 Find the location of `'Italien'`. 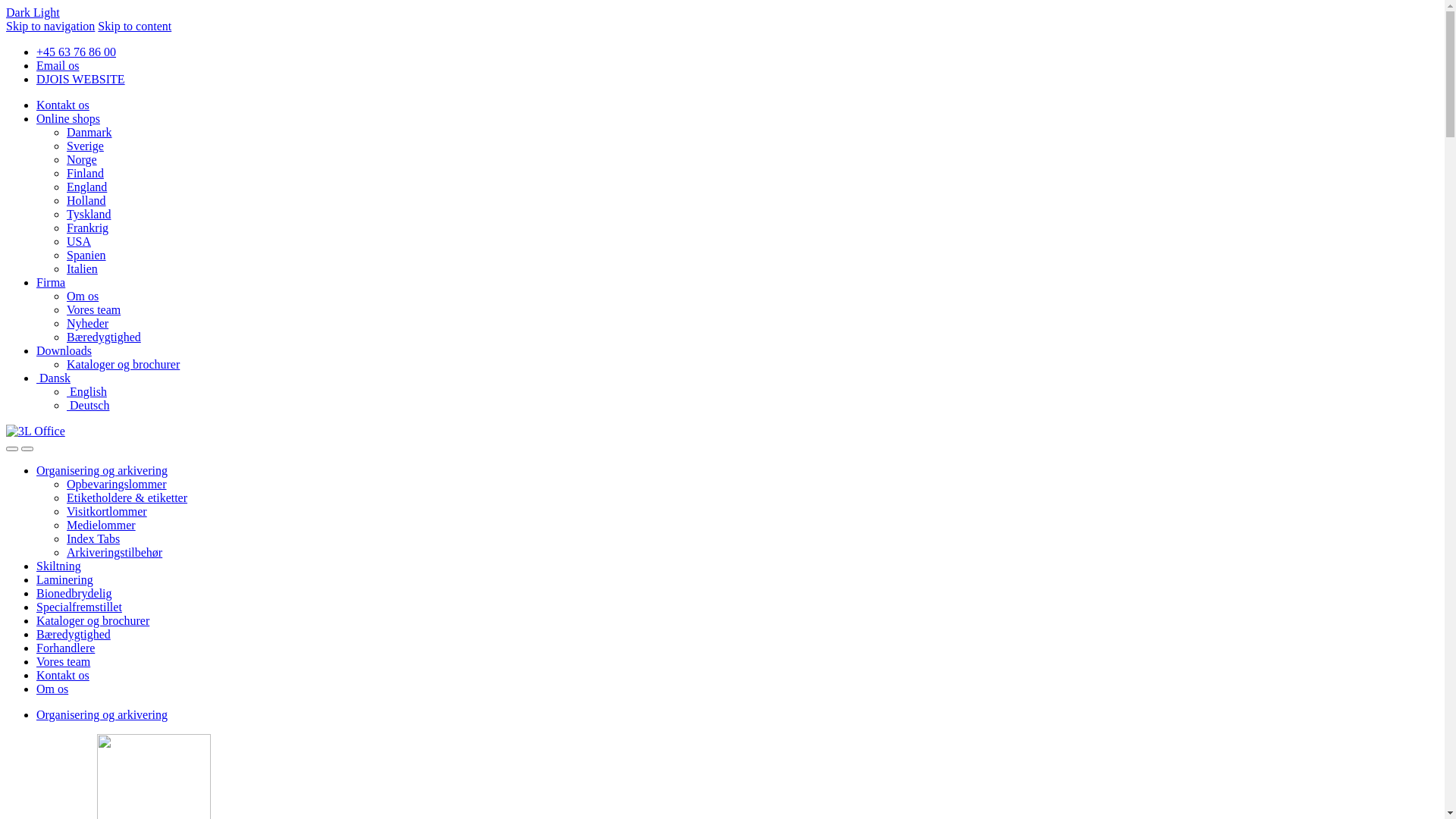

'Italien' is located at coordinates (81, 268).